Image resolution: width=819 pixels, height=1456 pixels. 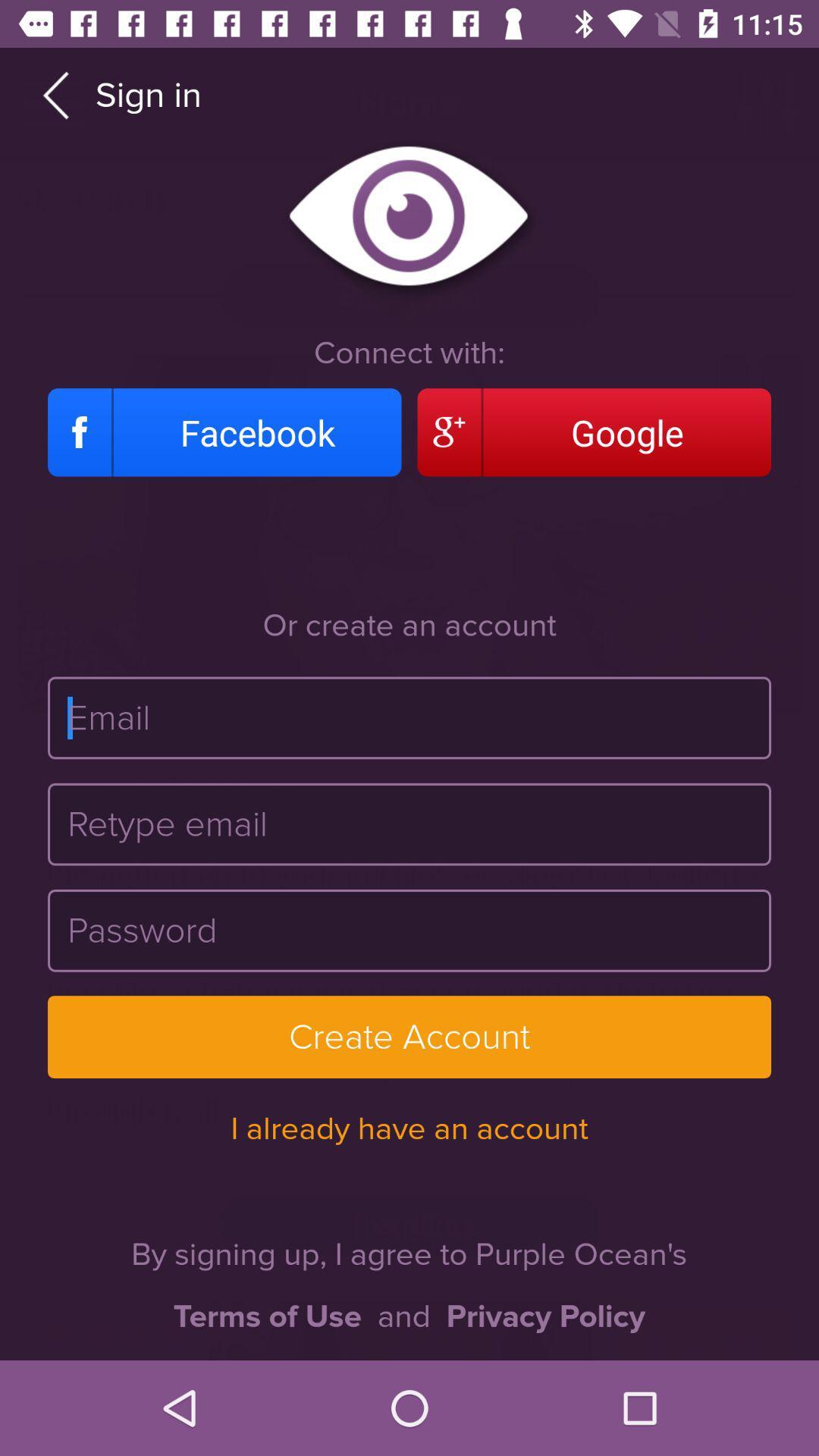 I want to click on the arrow_backward icon, so click(x=55, y=94).